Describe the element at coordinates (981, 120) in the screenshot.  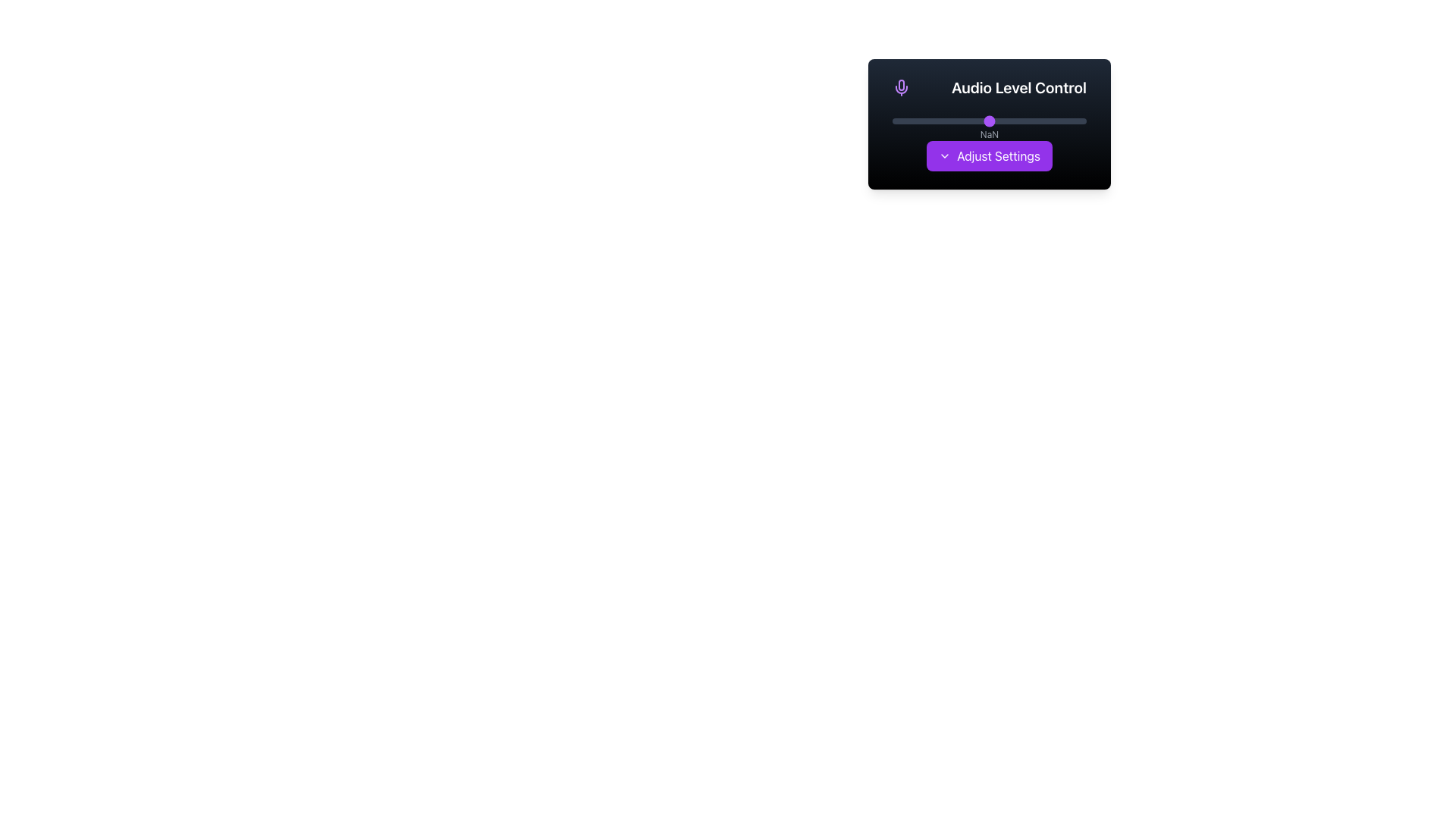
I see `the slider value` at that location.